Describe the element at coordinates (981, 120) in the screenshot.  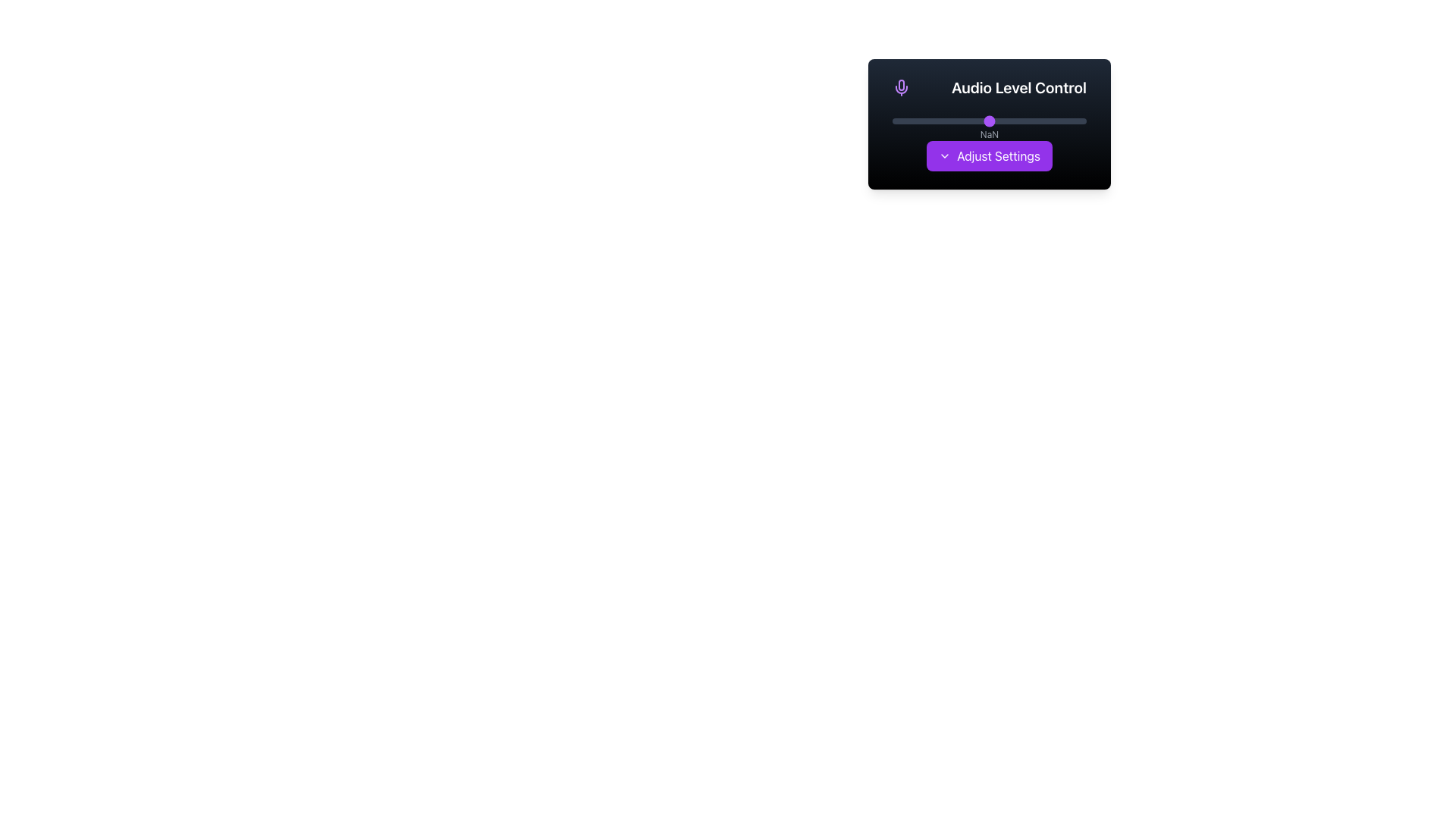
I see `the slider value` at that location.